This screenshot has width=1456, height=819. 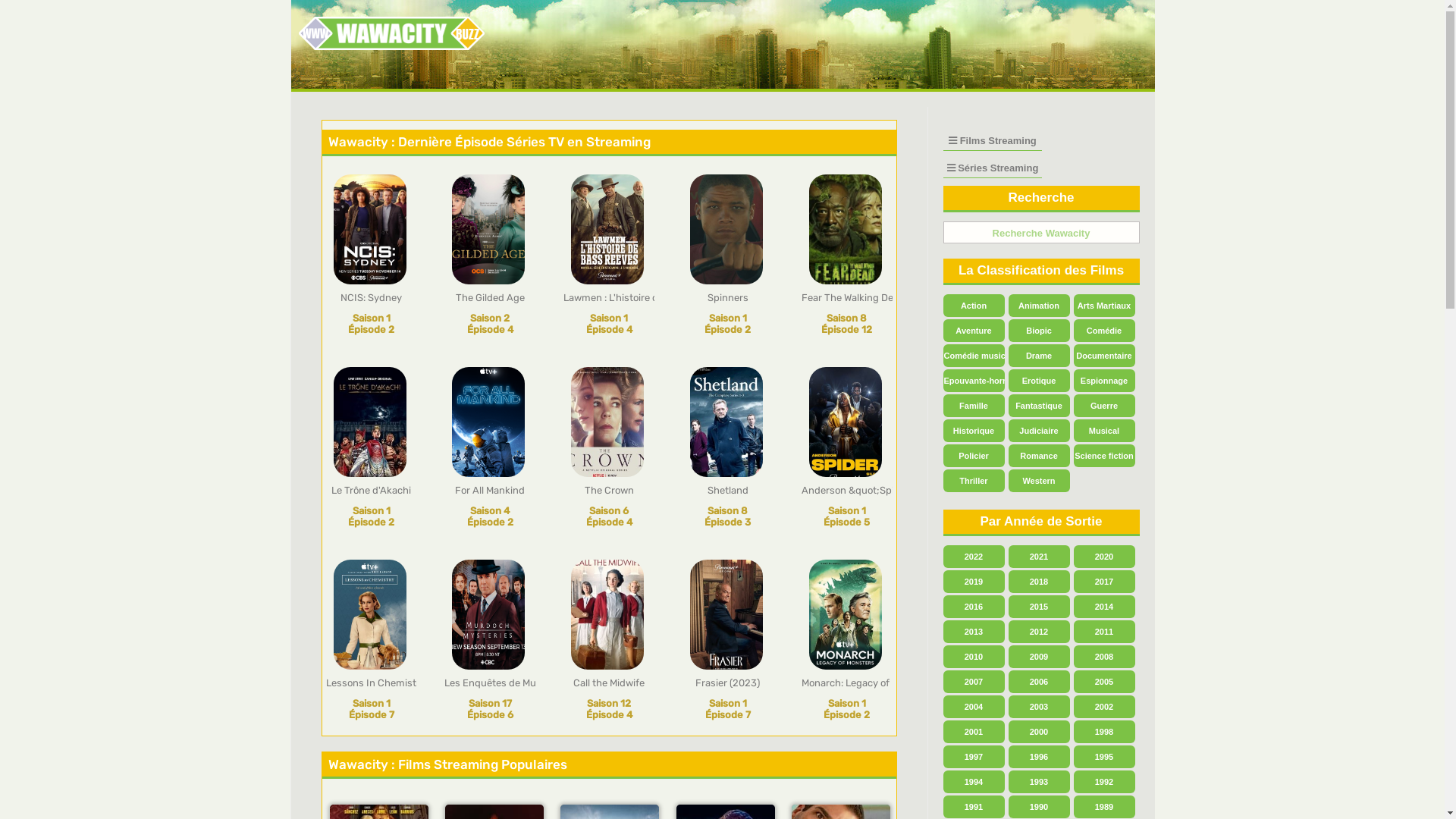 I want to click on 'Aventure', so click(x=942, y=329).